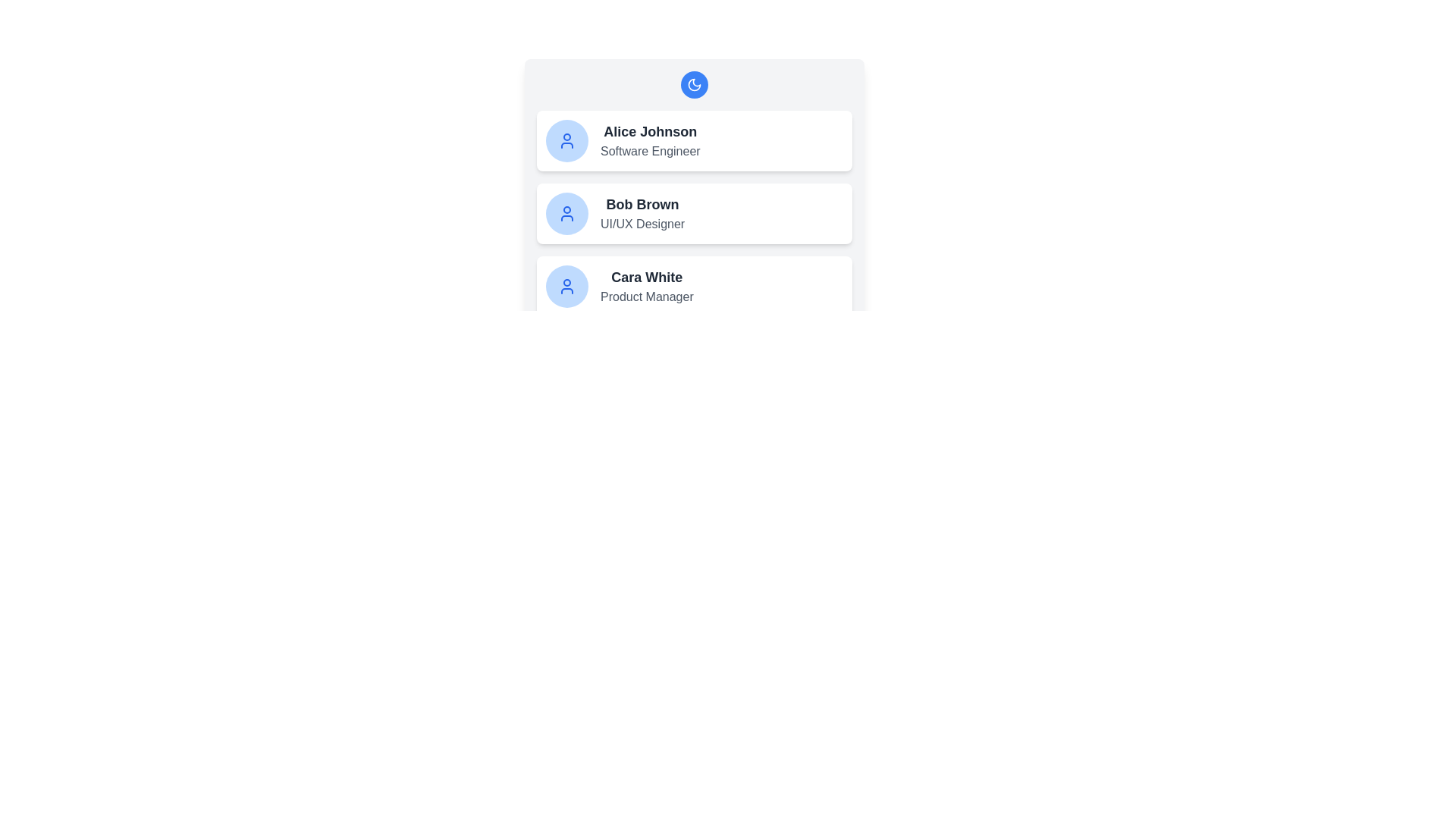 This screenshot has width=1456, height=819. I want to click on the text block displaying 'Cara White', so click(647, 287).